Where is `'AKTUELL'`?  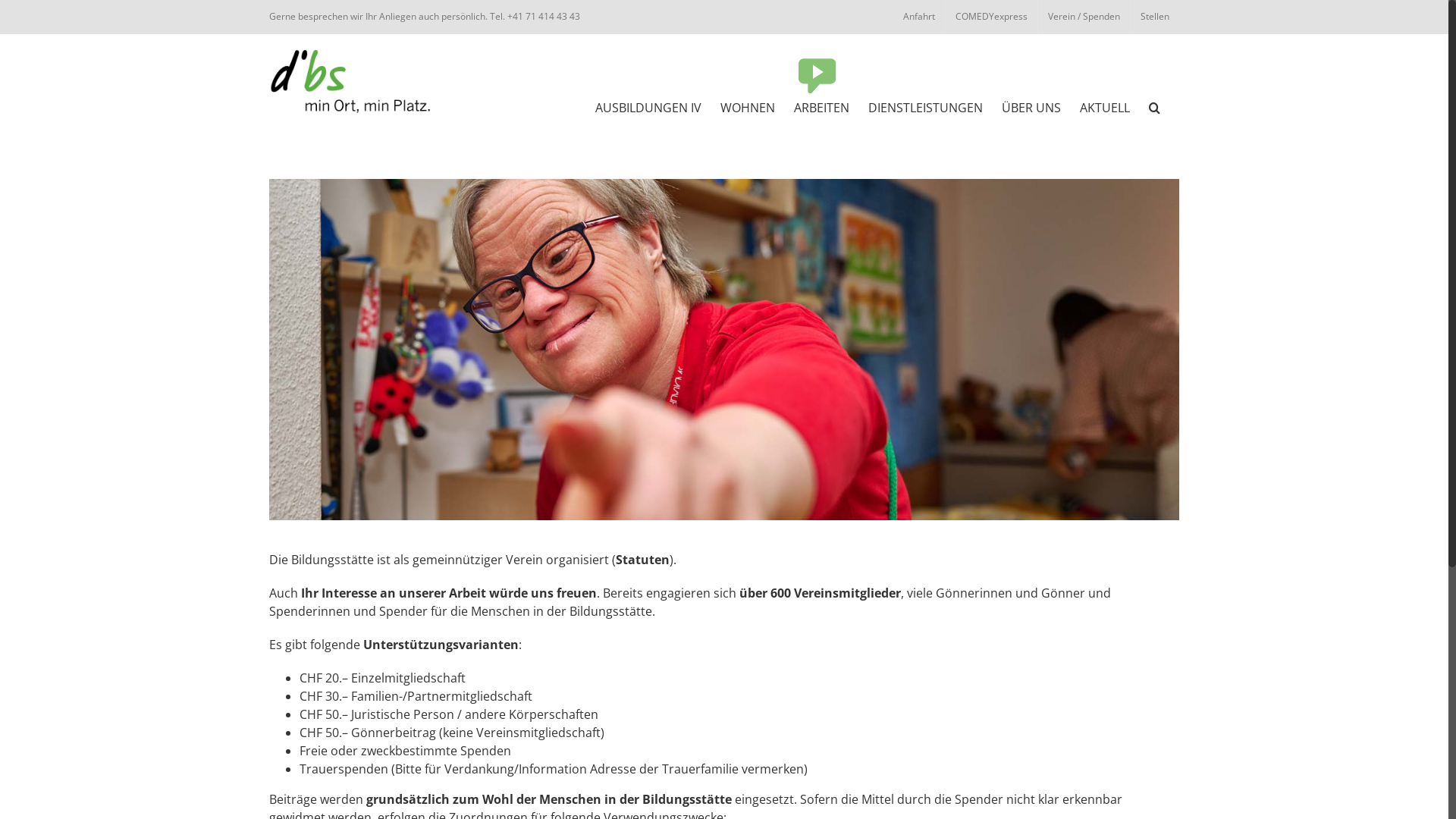 'AKTUELL' is located at coordinates (1105, 105).